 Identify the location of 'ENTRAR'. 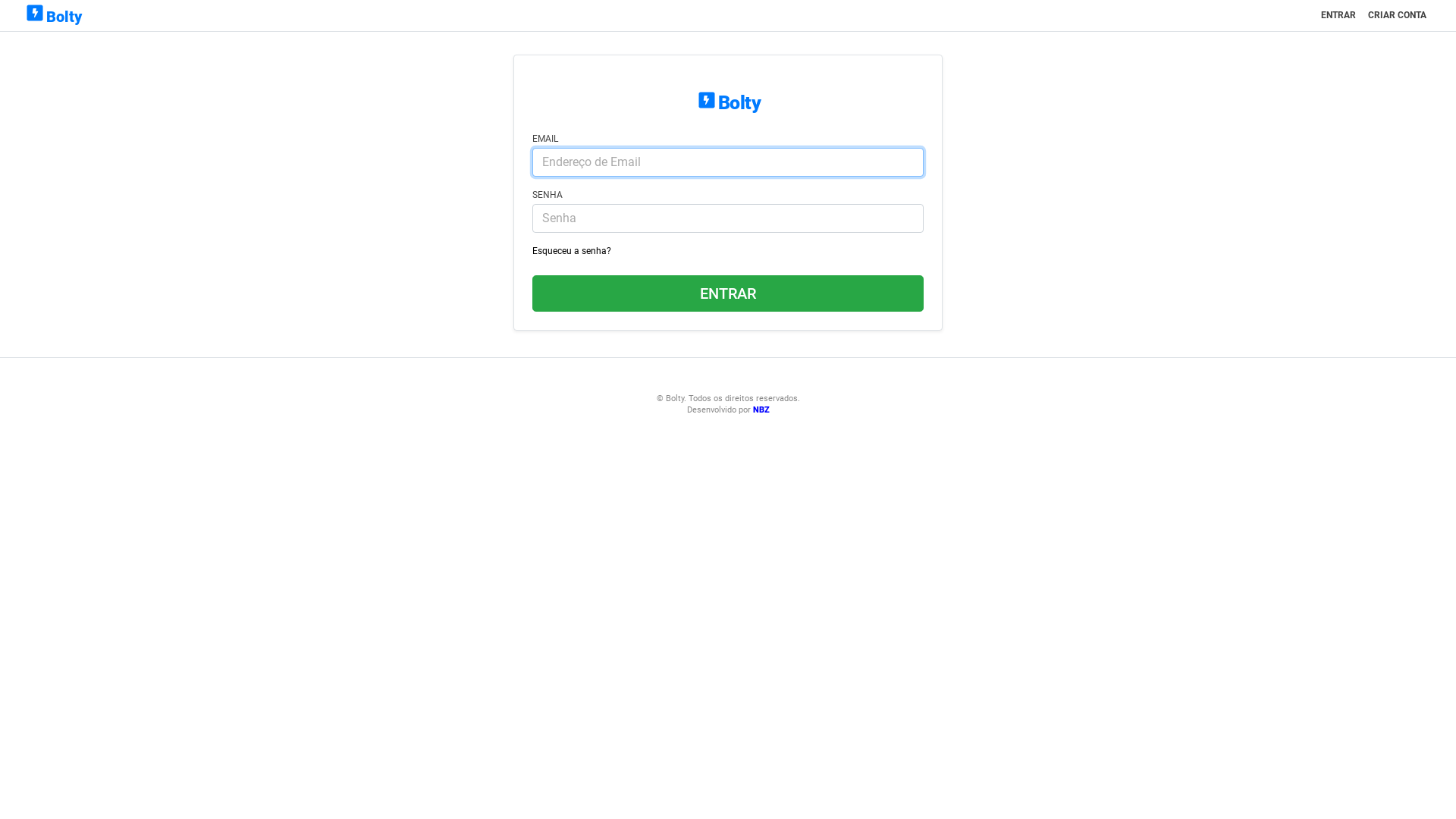
(1338, 14).